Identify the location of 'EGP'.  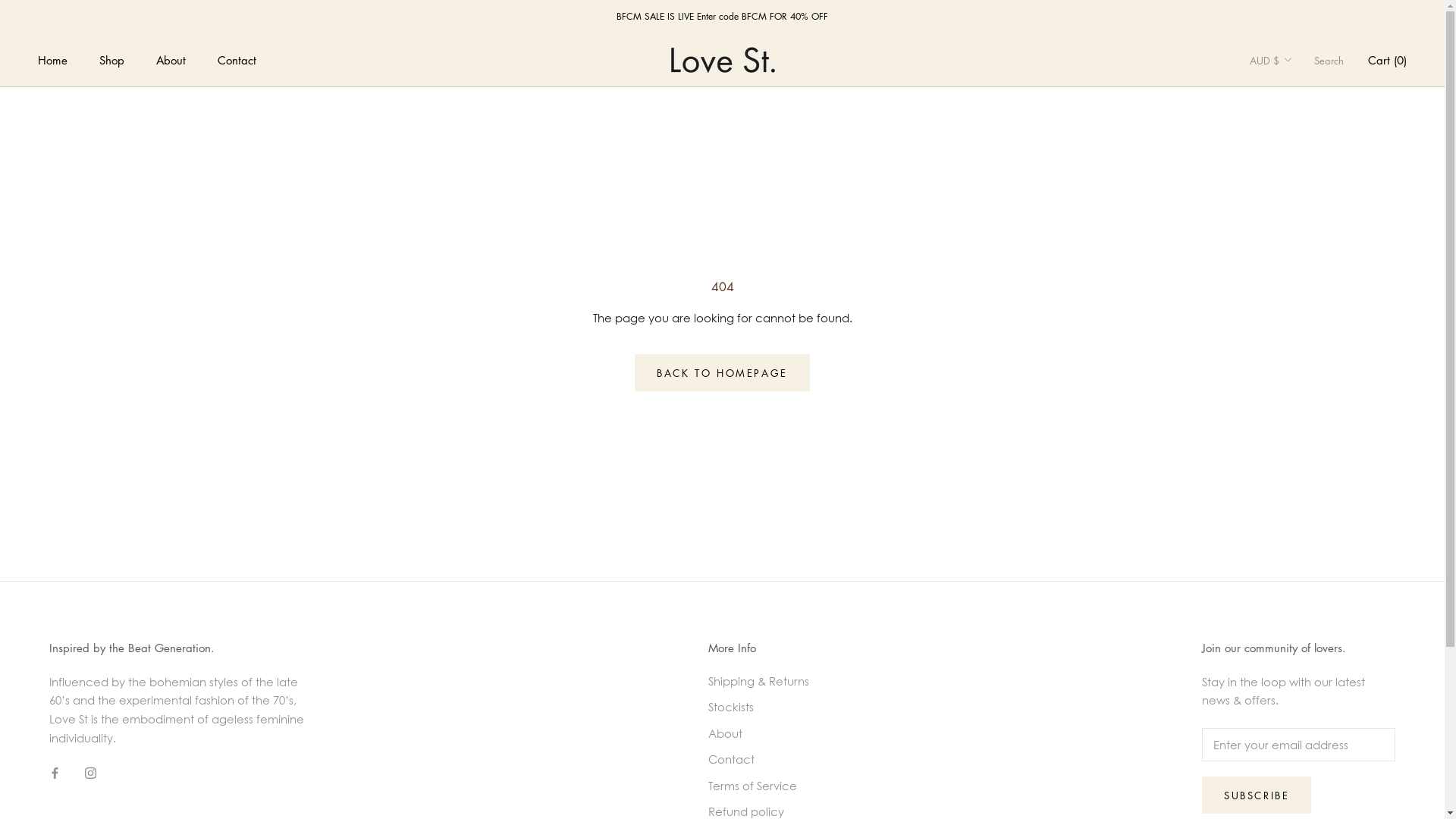
(1249, 786).